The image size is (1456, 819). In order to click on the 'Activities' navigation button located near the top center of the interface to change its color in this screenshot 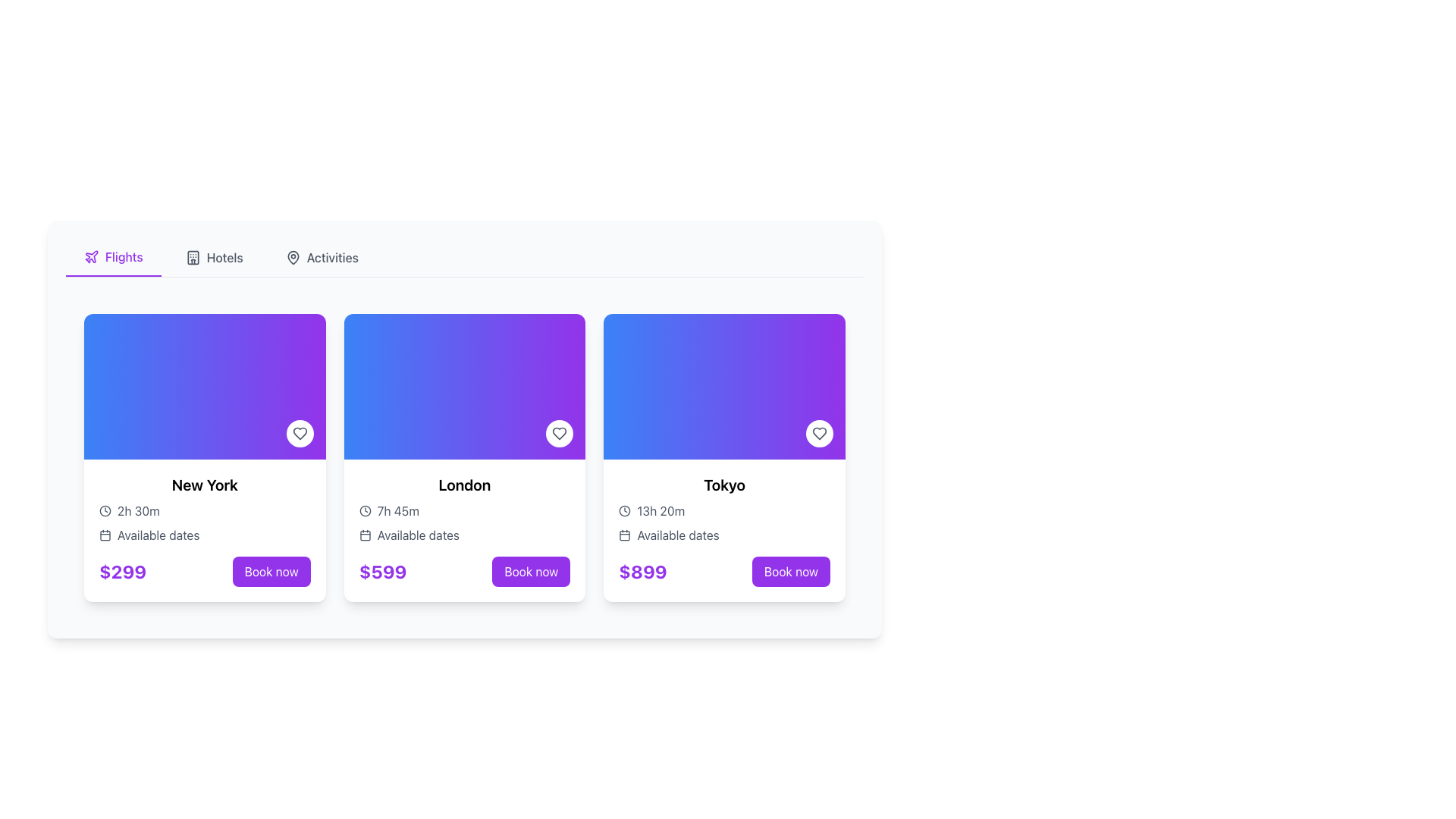, I will do `click(321, 256)`.